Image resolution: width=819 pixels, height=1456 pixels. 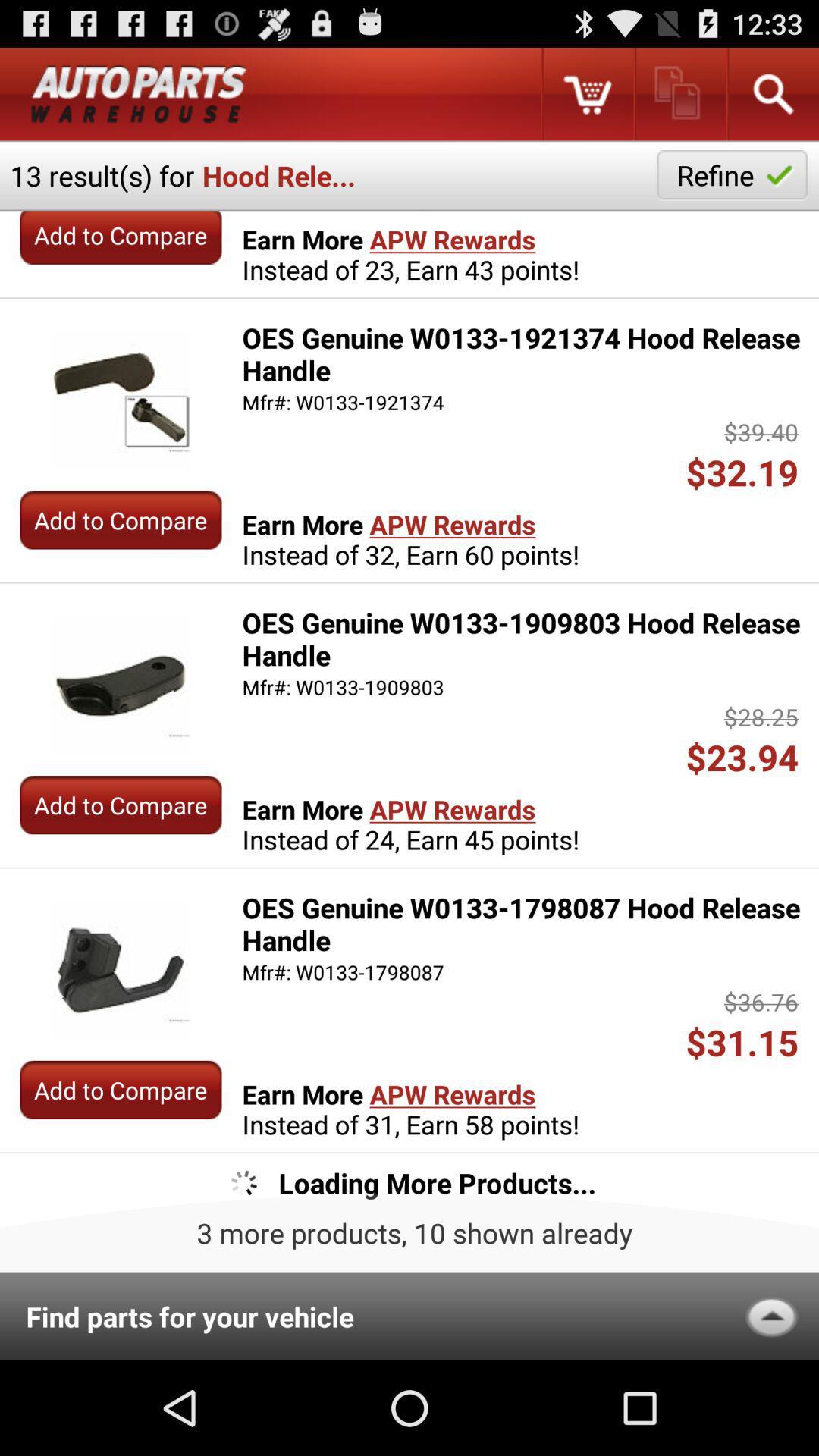 What do you see at coordinates (772, 99) in the screenshot?
I see `the search icon` at bounding box center [772, 99].